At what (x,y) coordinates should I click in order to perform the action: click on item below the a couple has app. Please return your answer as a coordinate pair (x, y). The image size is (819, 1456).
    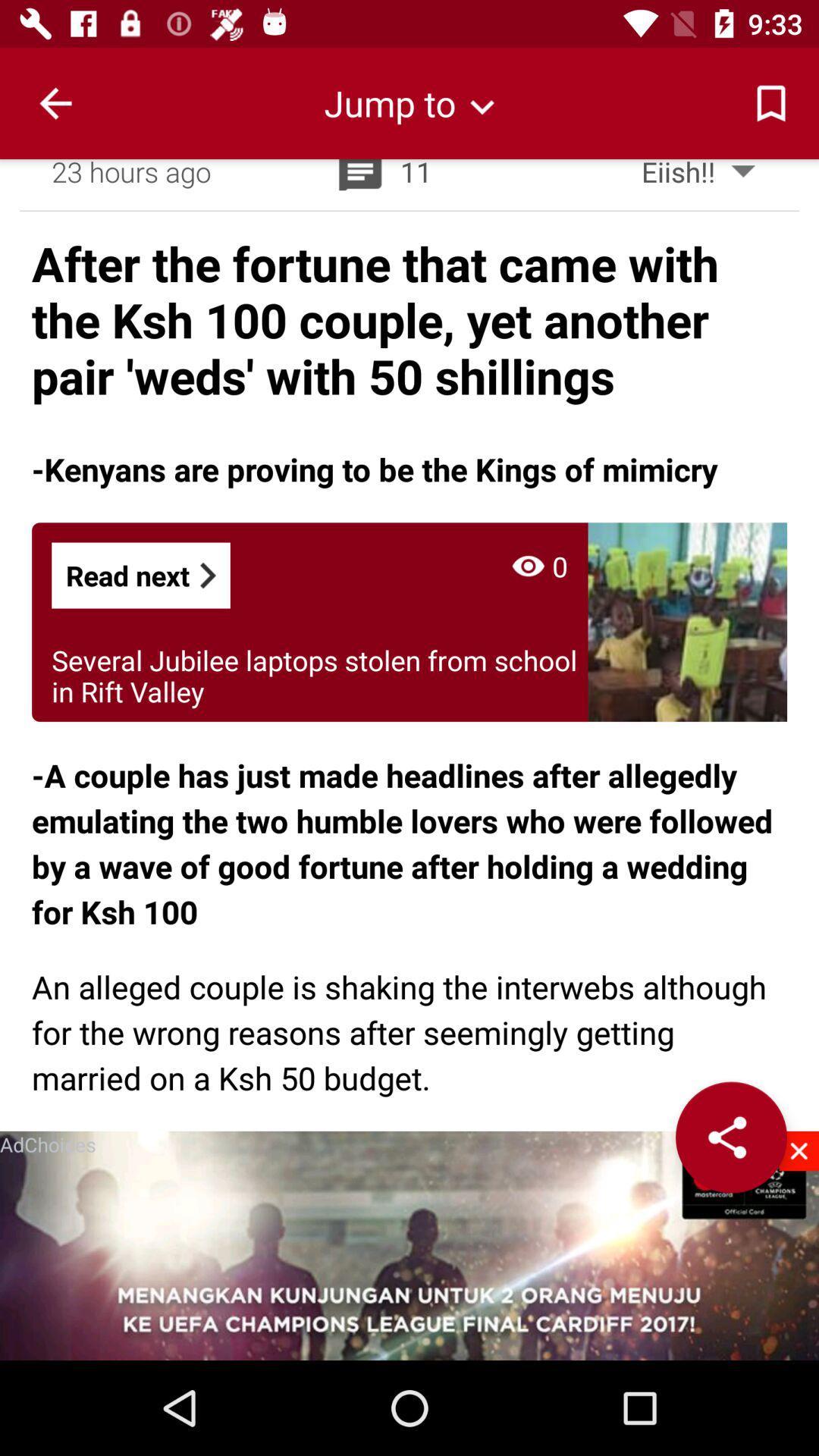
    Looking at the image, I should click on (409, 1031).